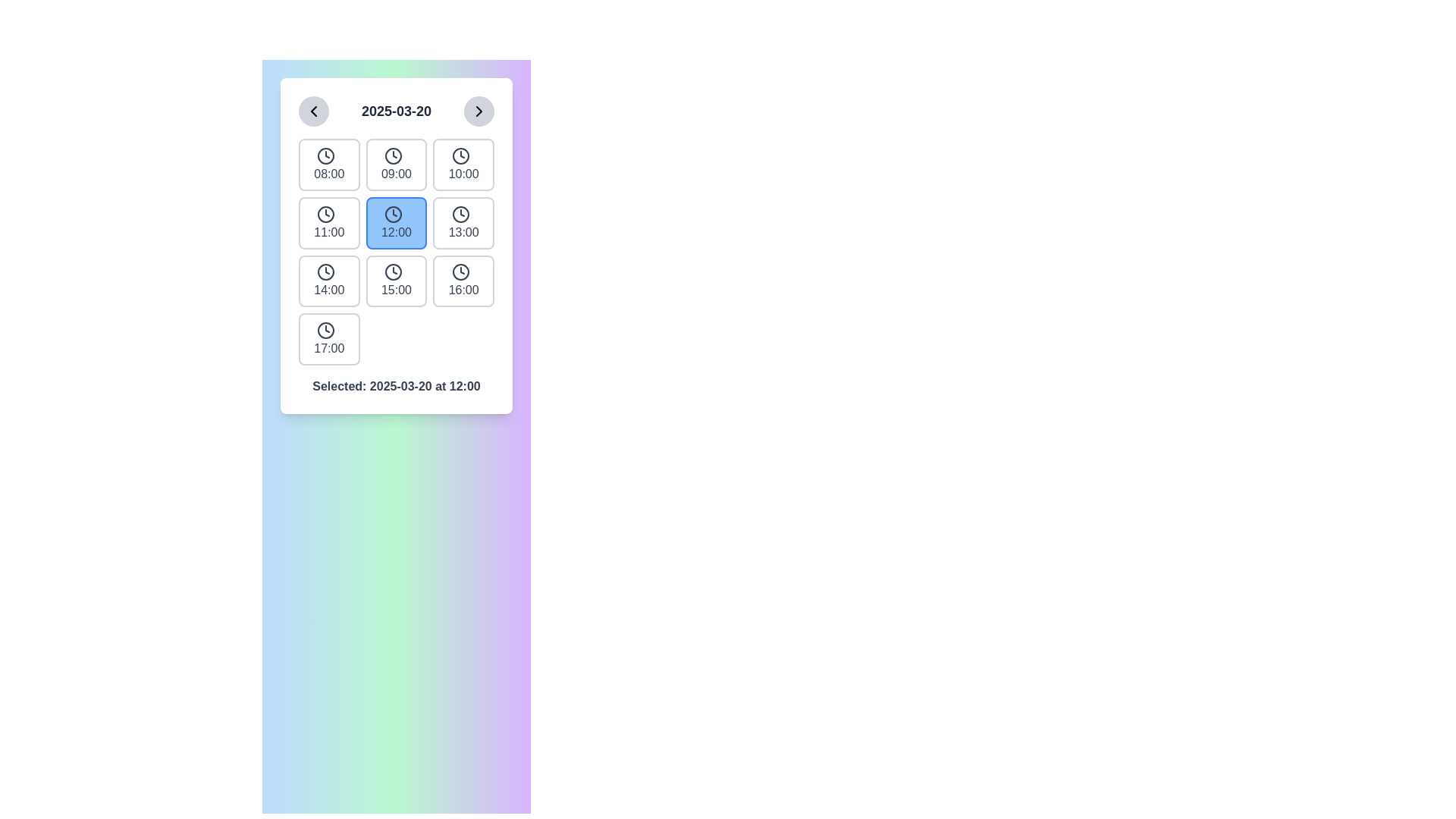 This screenshot has width=1456, height=819. I want to click on the circular outline within the clock icon located in the top-right cell of a 3x4 grid layout displaying time options, so click(460, 155).